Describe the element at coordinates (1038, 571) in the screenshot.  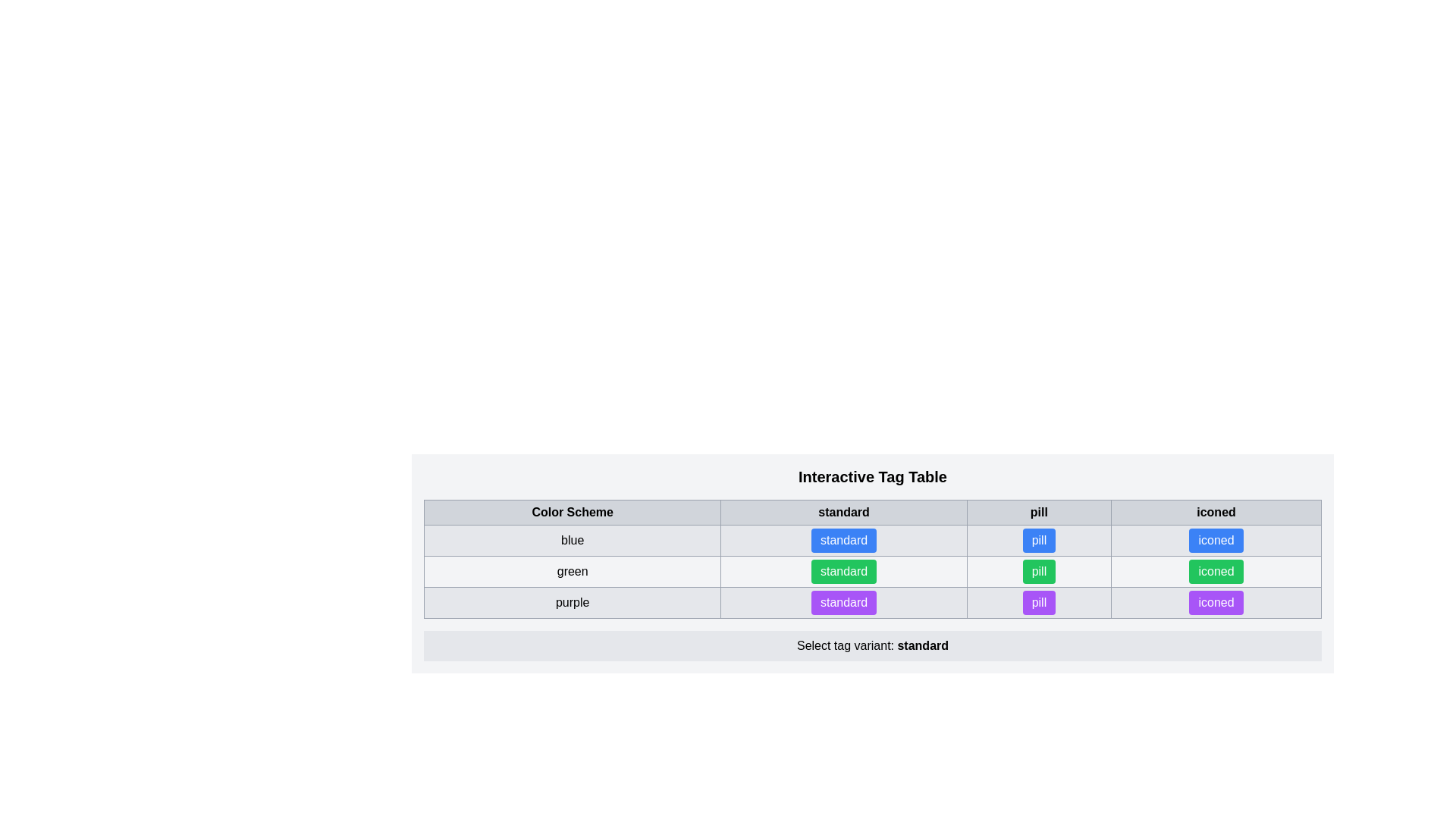
I see `the green button in the 'pill' column of the second row in the 'Interactive Tag Table'` at that location.